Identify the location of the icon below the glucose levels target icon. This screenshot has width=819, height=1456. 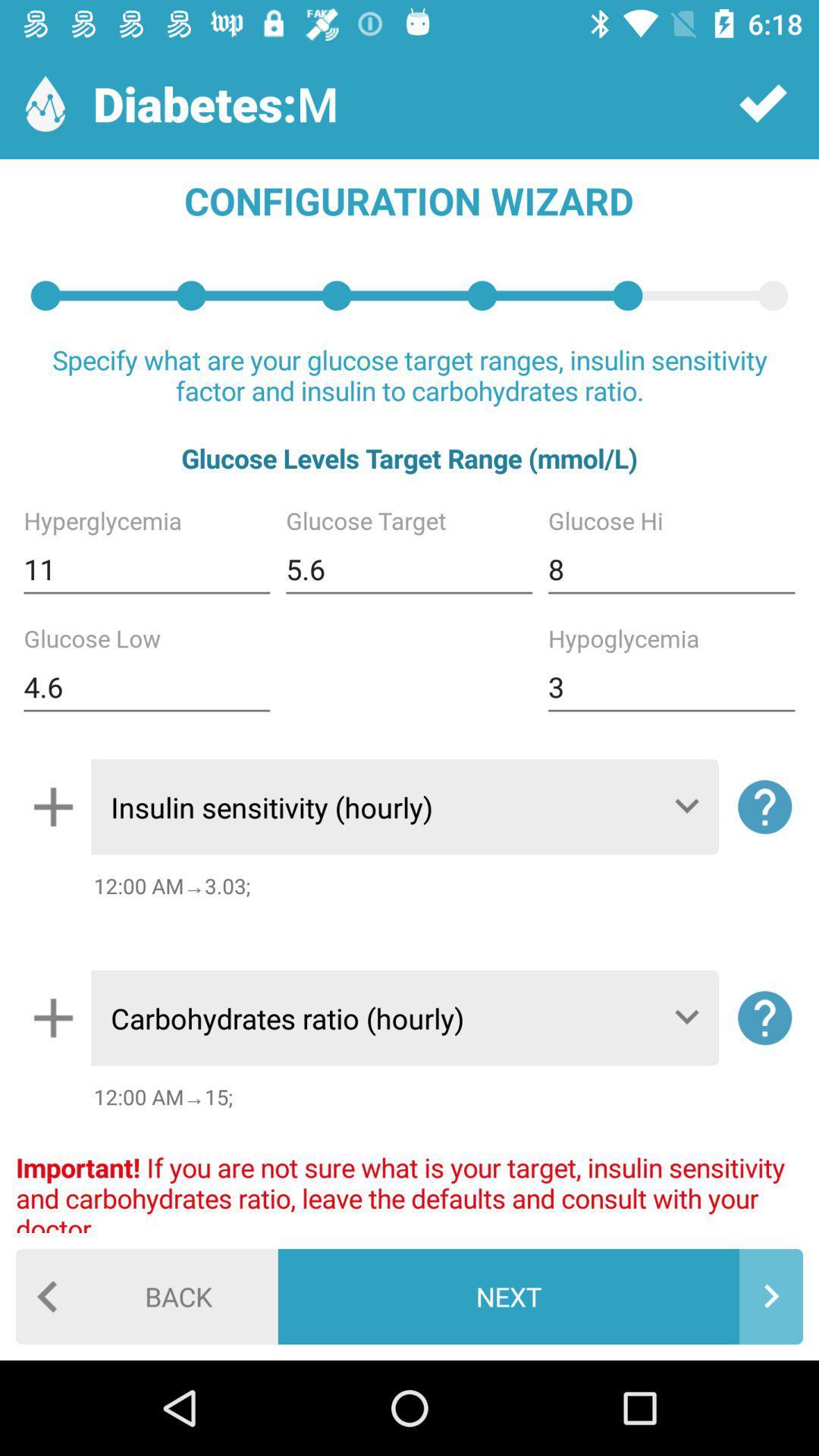
(670, 569).